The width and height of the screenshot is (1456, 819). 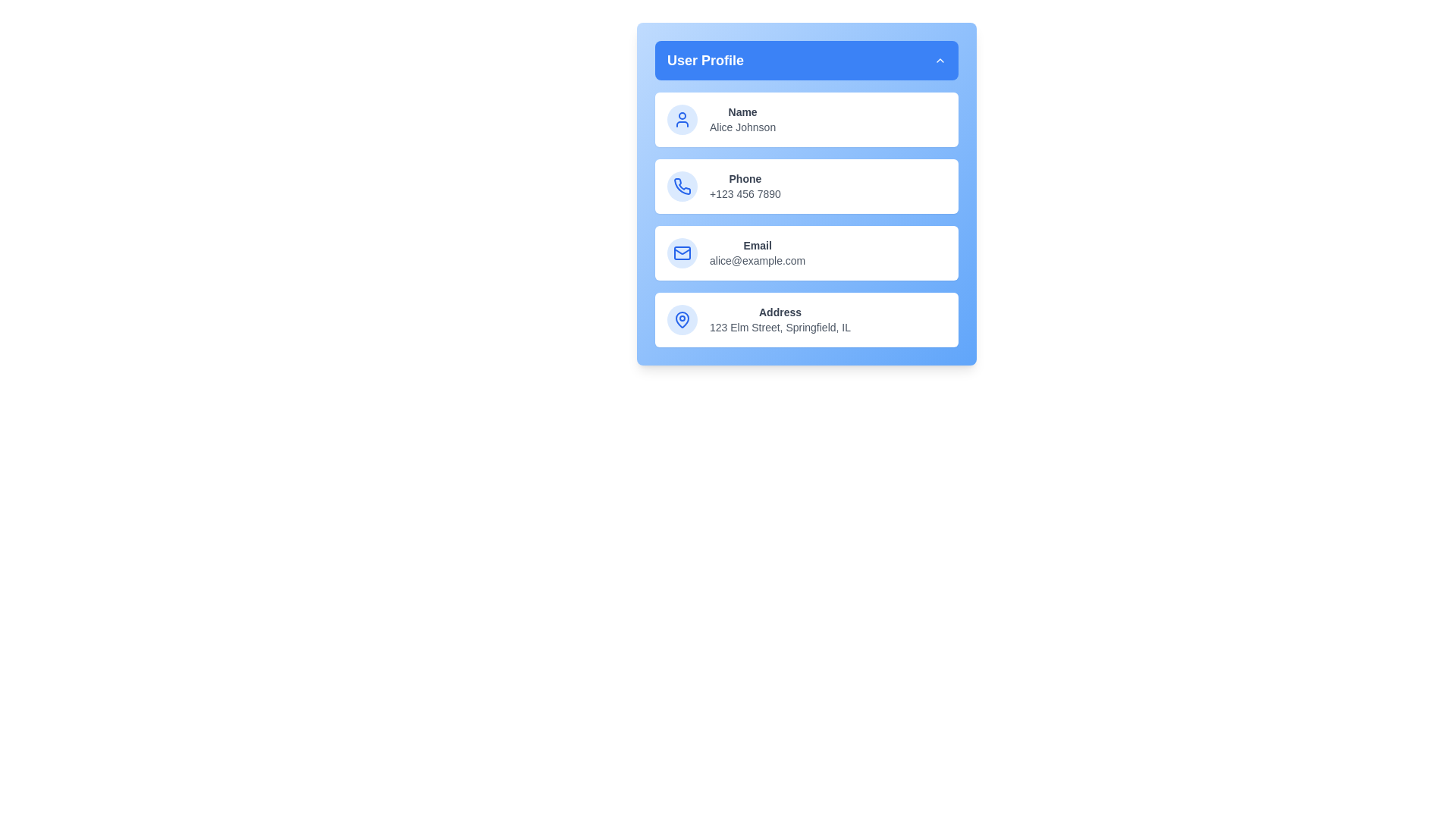 I want to click on the email icon located to the left of the 'Email' text label, which is the third entry in the 'User Profile' card, positioned above the 'Address' field and below the 'Phone' field, so click(x=682, y=253).